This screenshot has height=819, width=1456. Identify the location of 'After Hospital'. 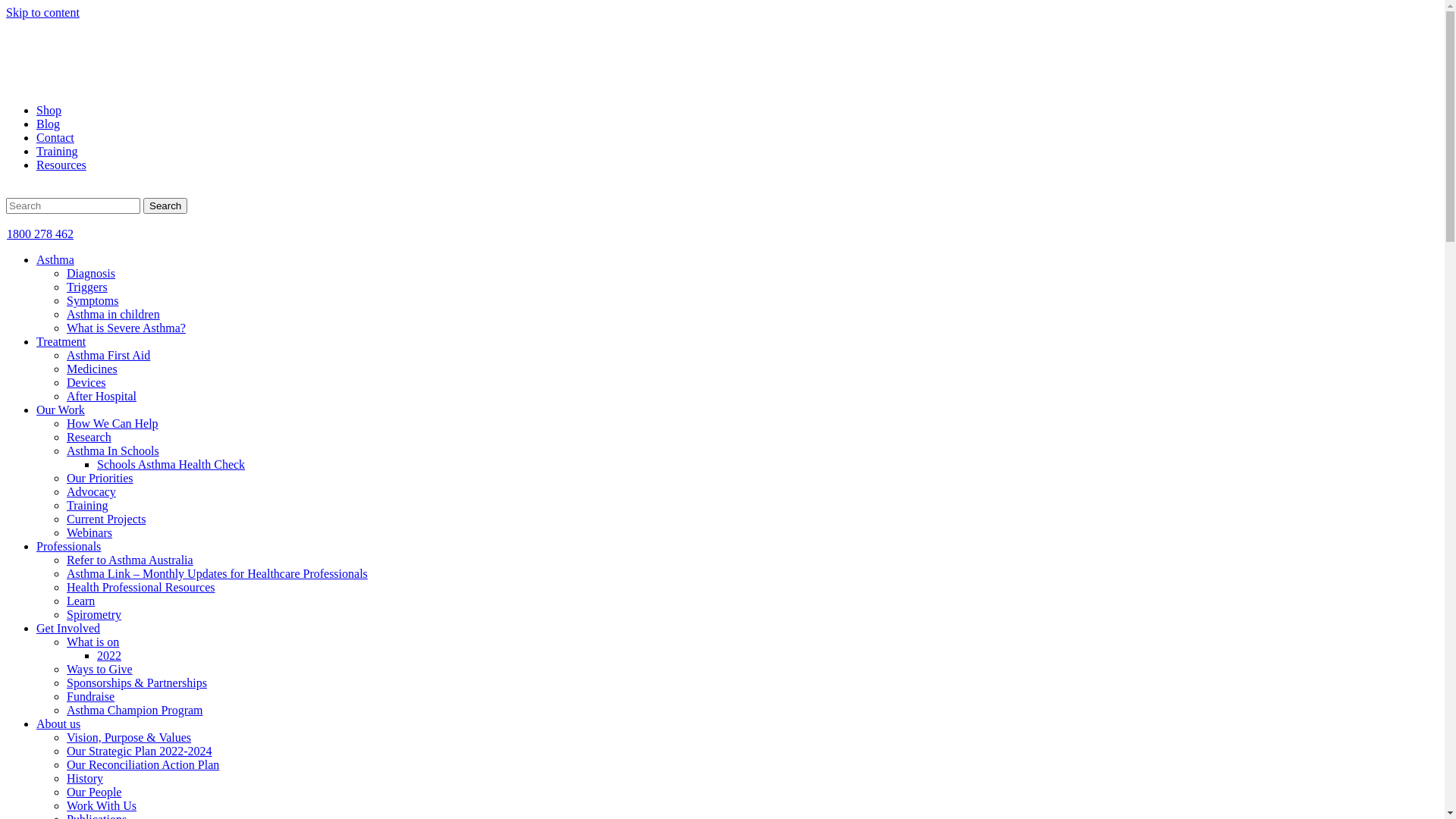
(101, 395).